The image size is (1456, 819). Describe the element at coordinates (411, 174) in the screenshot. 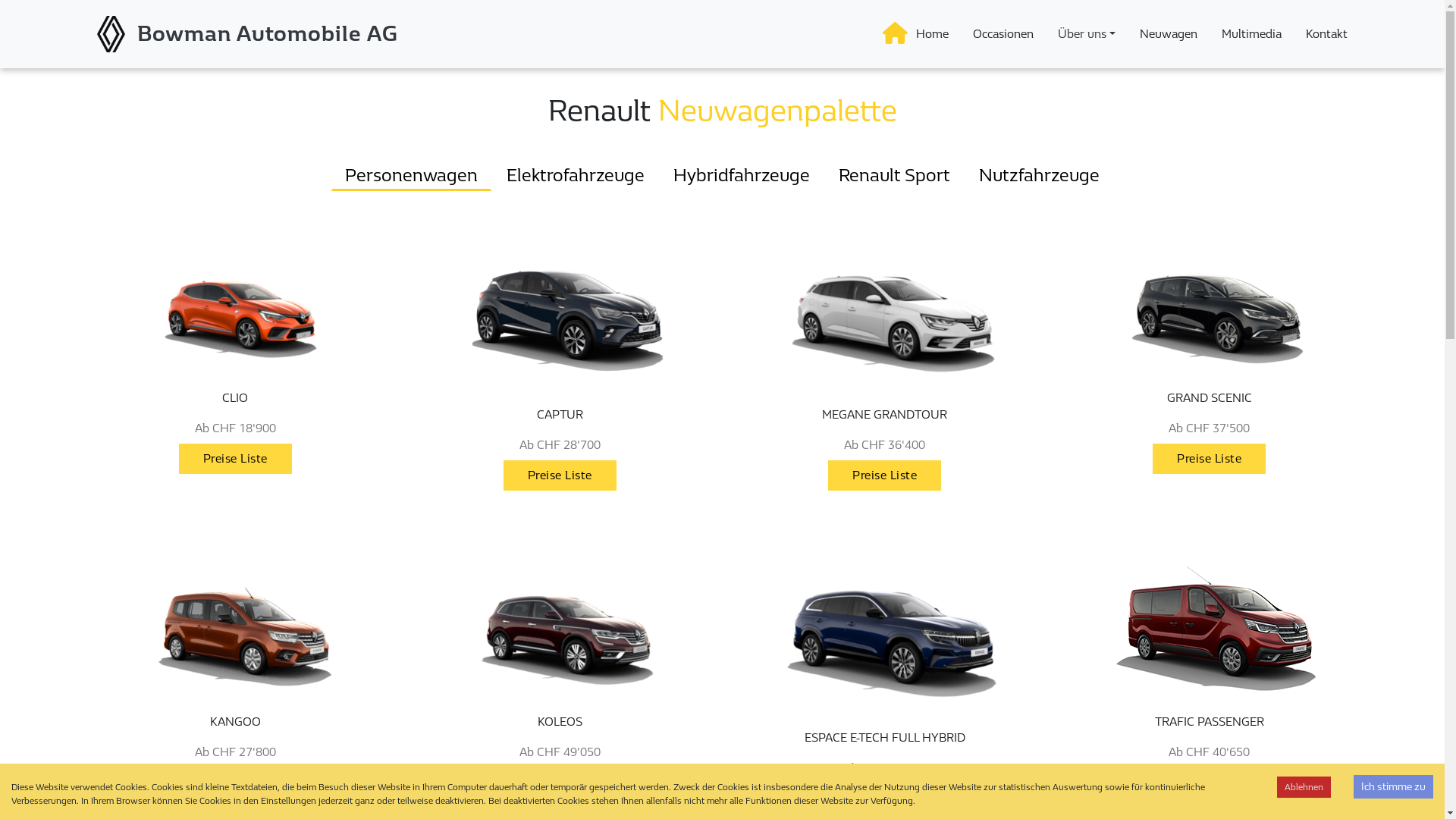

I see `'Personenwagen'` at that location.